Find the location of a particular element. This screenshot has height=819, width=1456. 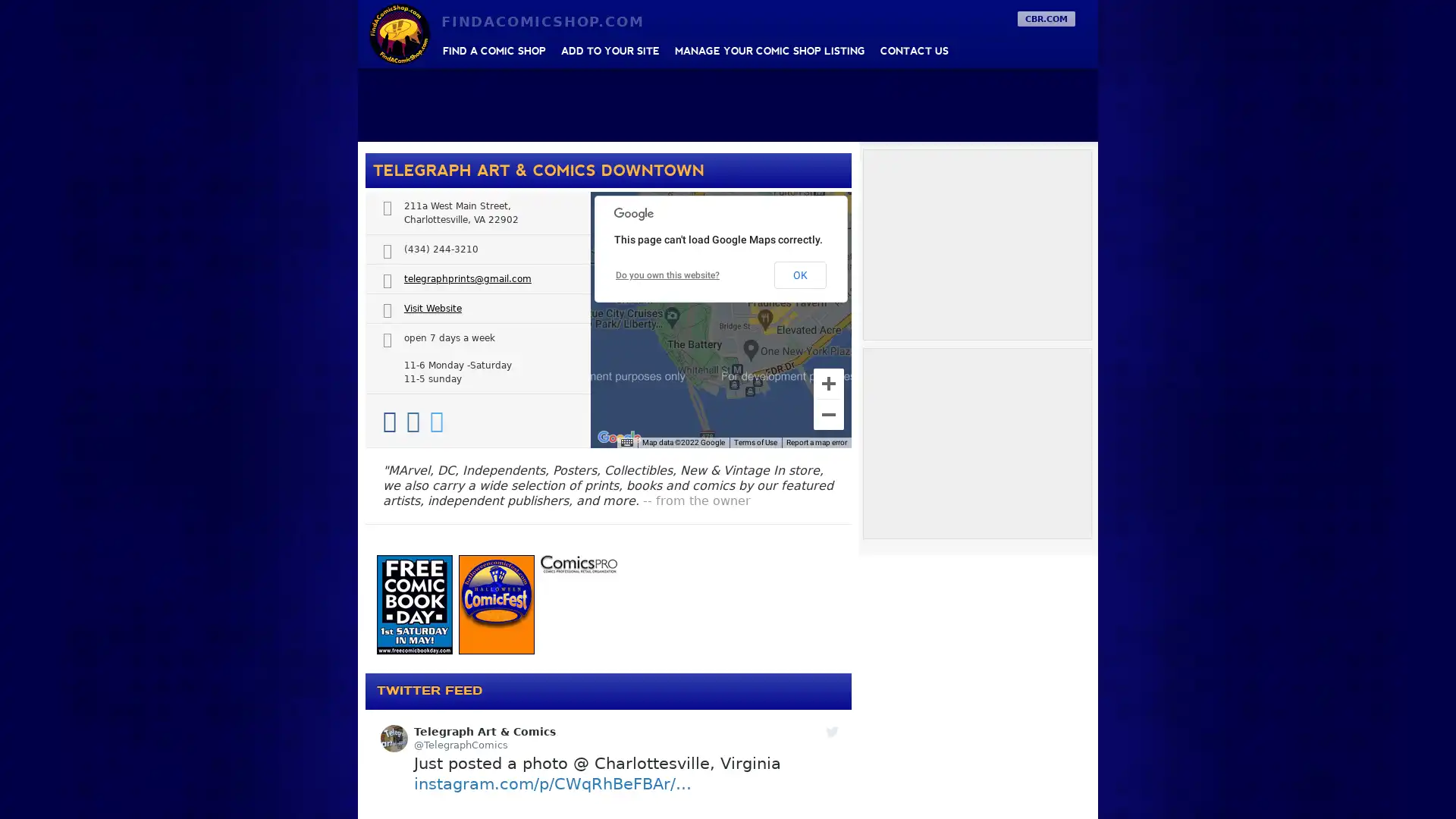

Zoom in is located at coordinates (828, 382).